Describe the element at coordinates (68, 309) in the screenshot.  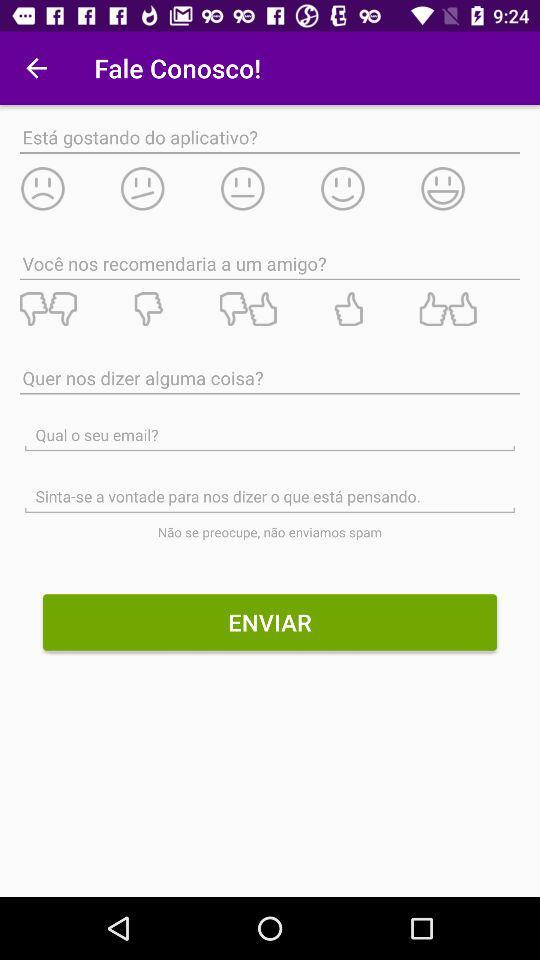
I see `give a thumbs down rating` at that location.